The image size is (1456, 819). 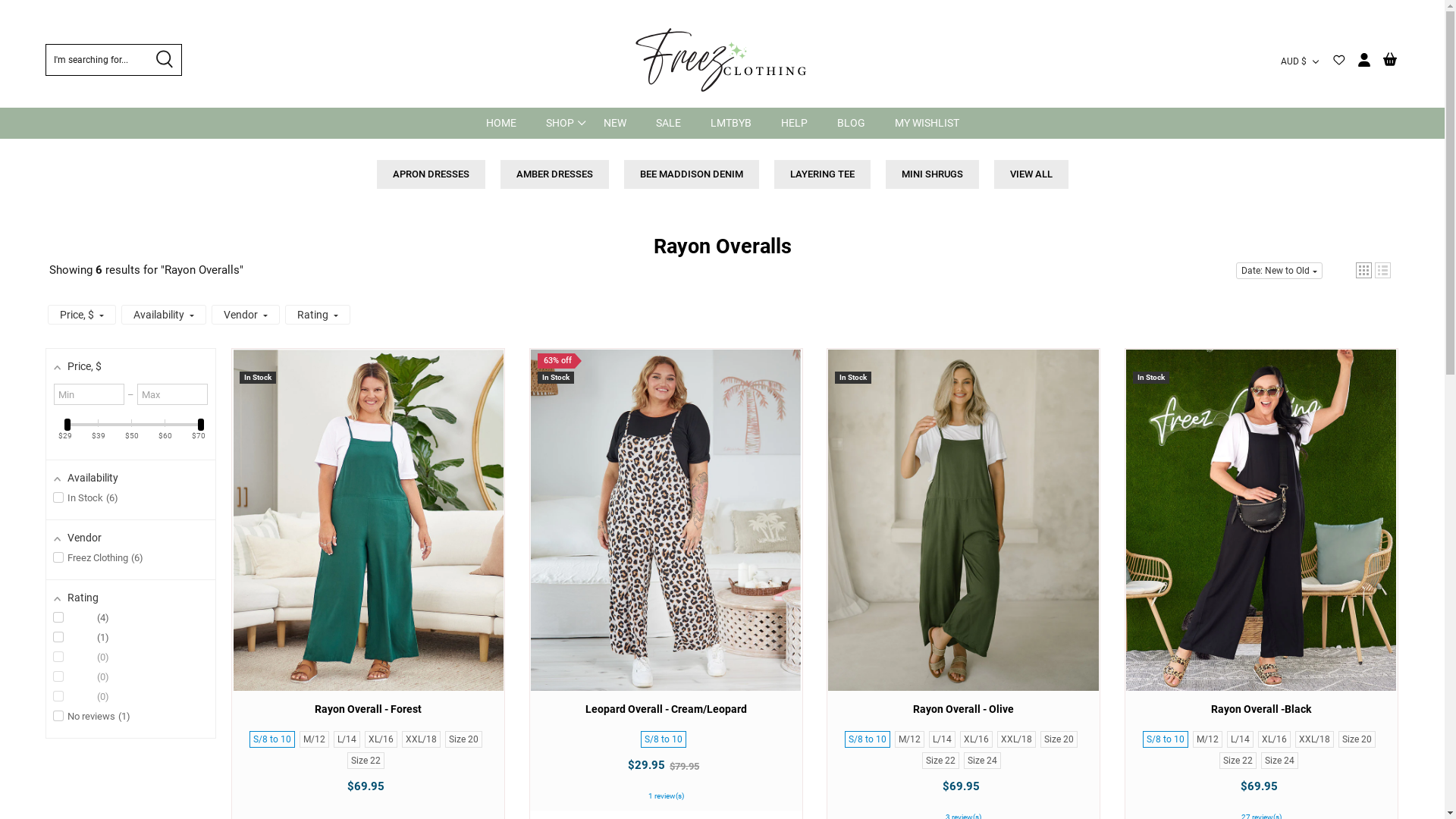 I want to click on 'BLOG', so click(x=851, y=122).